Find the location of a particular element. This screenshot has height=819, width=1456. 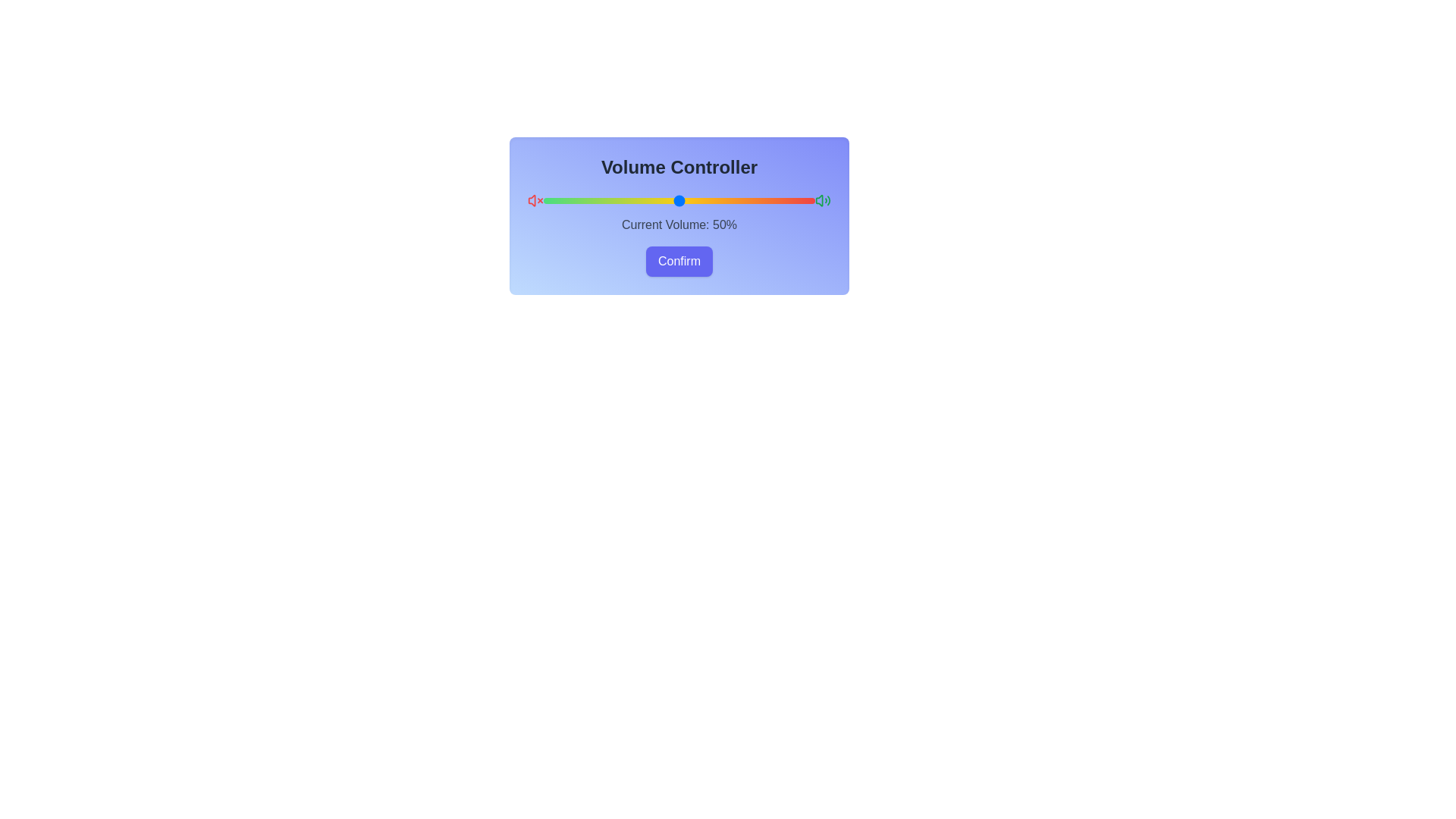

the volume slider to set the volume to 3% is located at coordinates (551, 200).